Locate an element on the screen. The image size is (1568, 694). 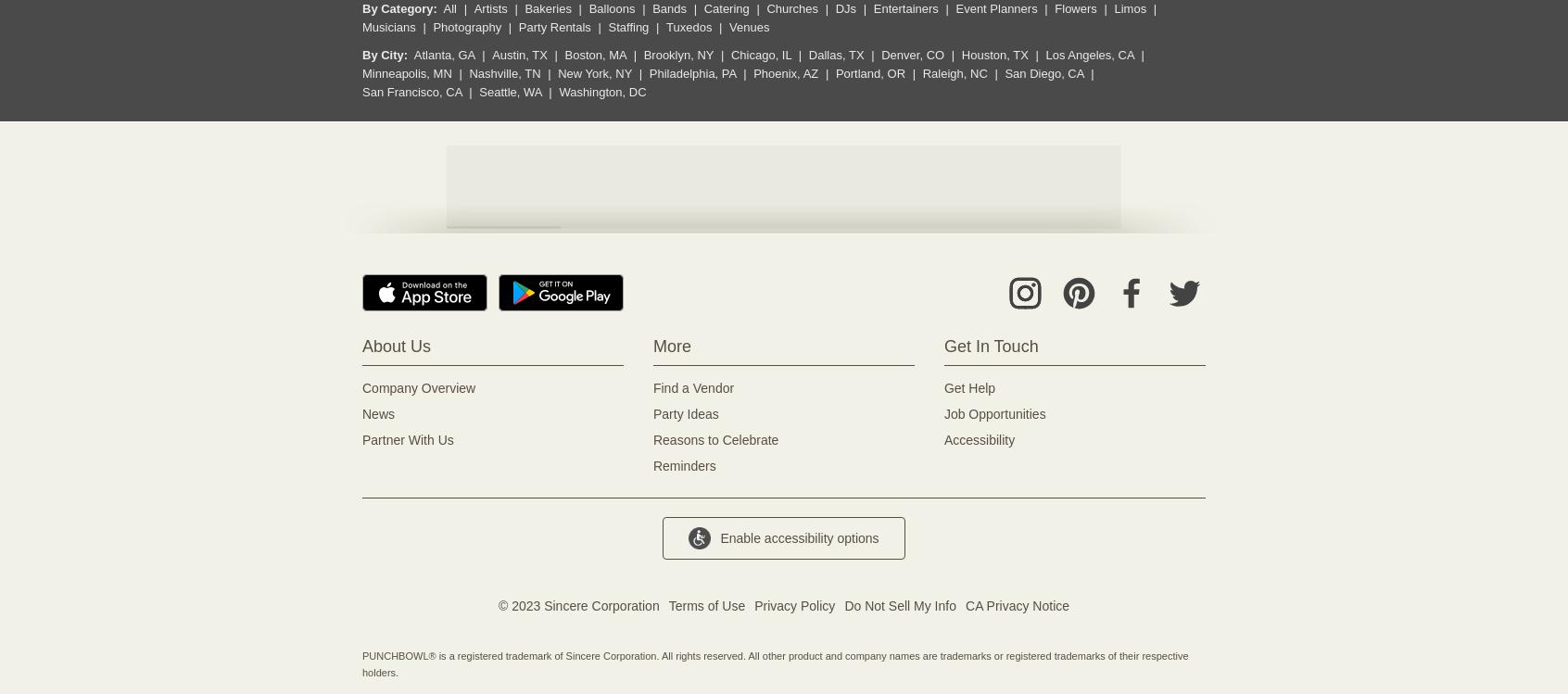
'Limos' is located at coordinates (1113, 8).